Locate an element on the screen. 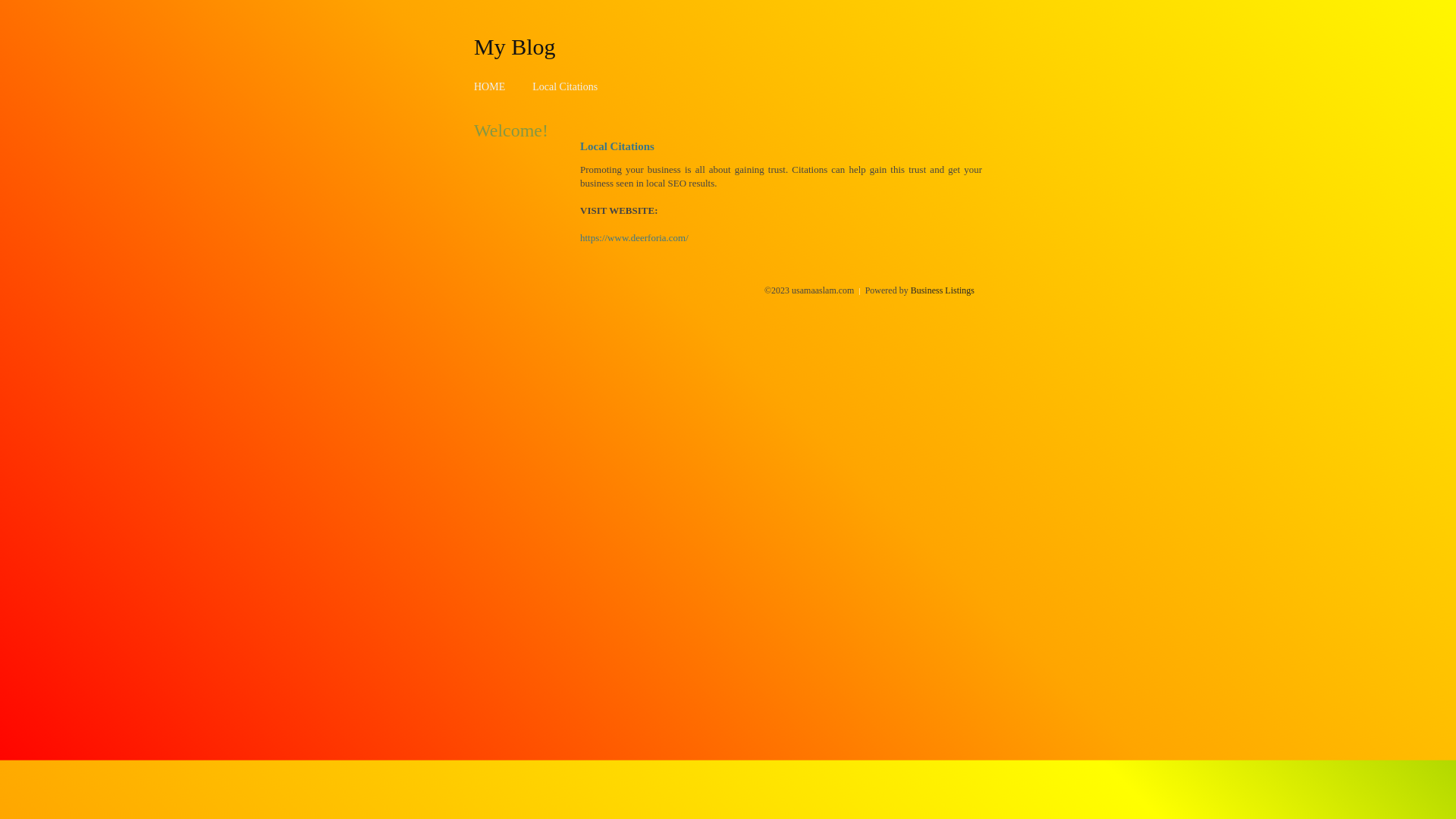 The image size is (1456, 819). 'Local Citations' is located at coordinates (563, 86).